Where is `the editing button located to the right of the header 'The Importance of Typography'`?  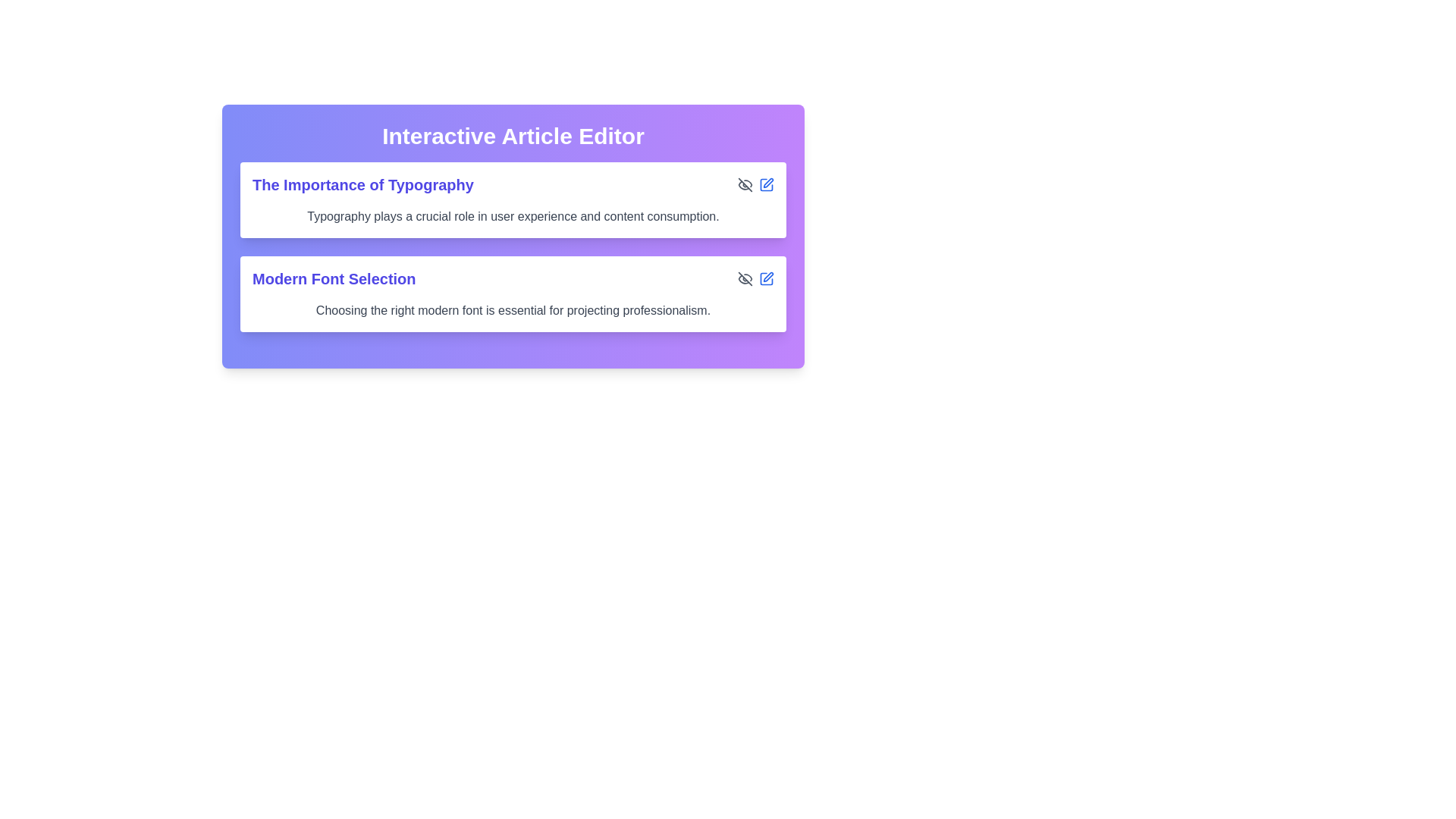
the editing button located to the right of the header 'The Importance of Typography' is located at coordinates (767, 184).